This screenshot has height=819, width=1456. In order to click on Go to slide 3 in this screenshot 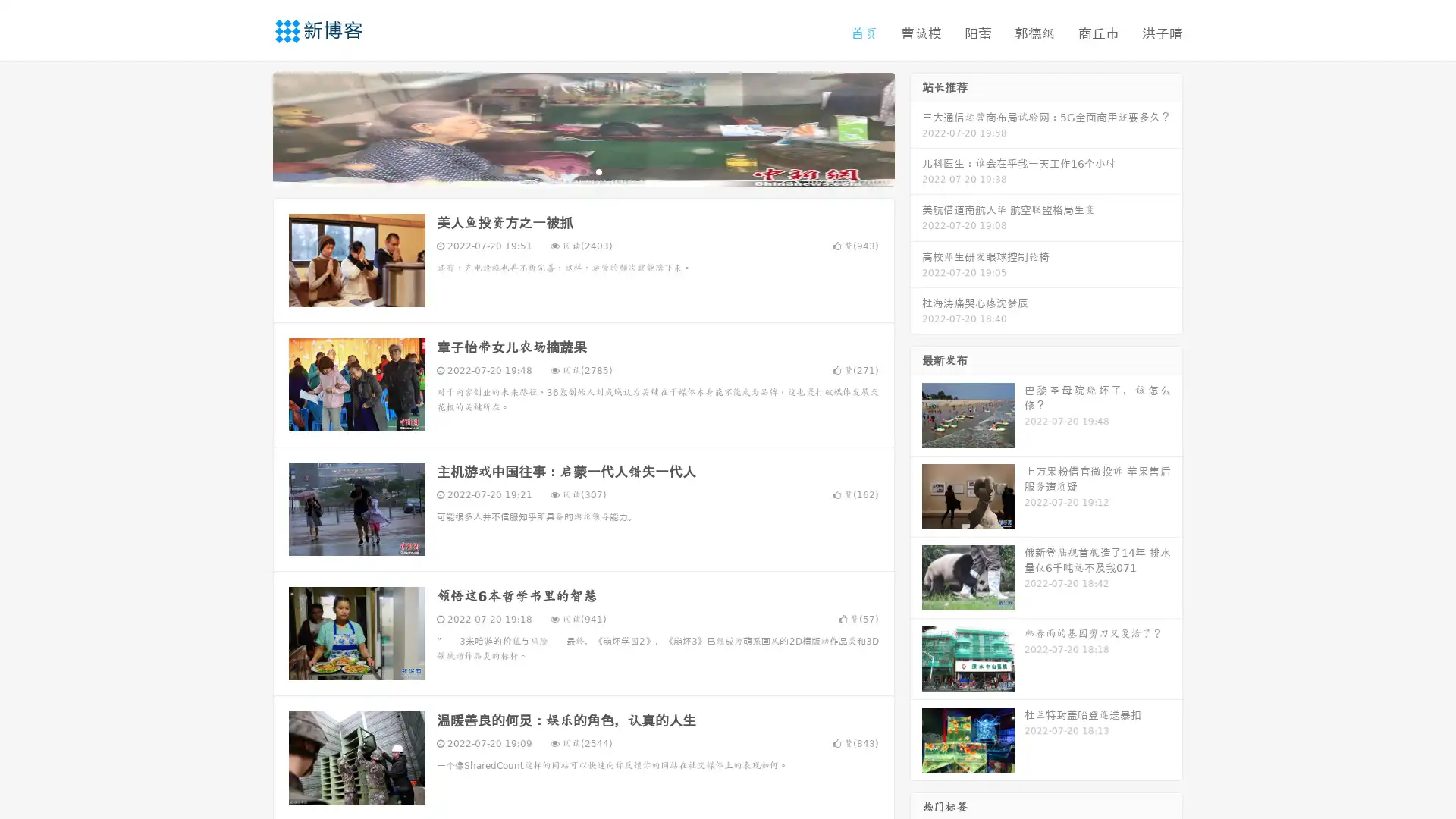, I will do `click(598, 171)`.